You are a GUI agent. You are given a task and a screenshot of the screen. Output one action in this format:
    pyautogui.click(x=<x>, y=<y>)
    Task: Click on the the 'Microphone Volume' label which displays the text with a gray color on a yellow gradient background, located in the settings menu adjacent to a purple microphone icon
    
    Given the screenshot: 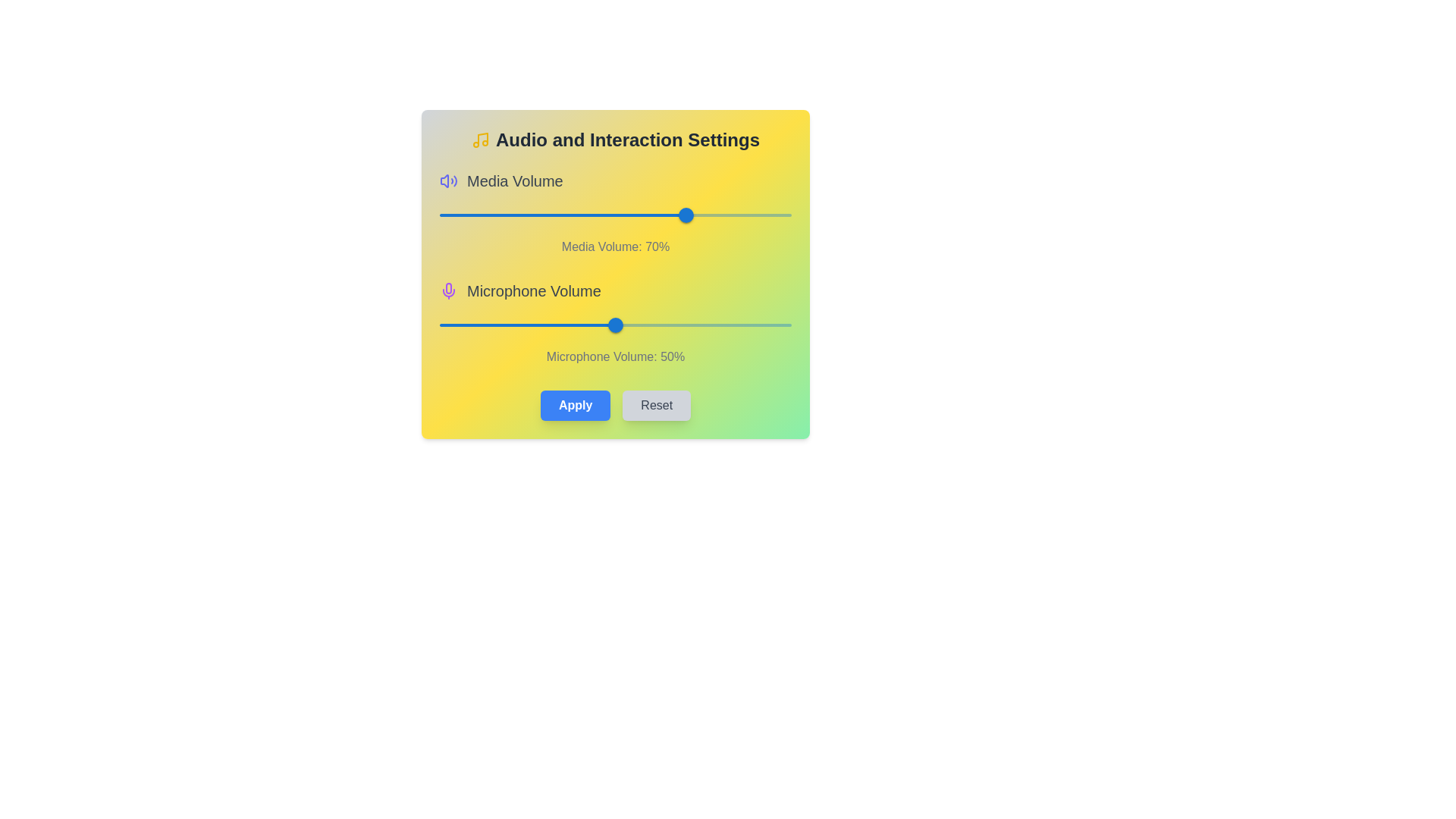 What is the action you would take?
    pyautogui.click(x=534, y=291)
    